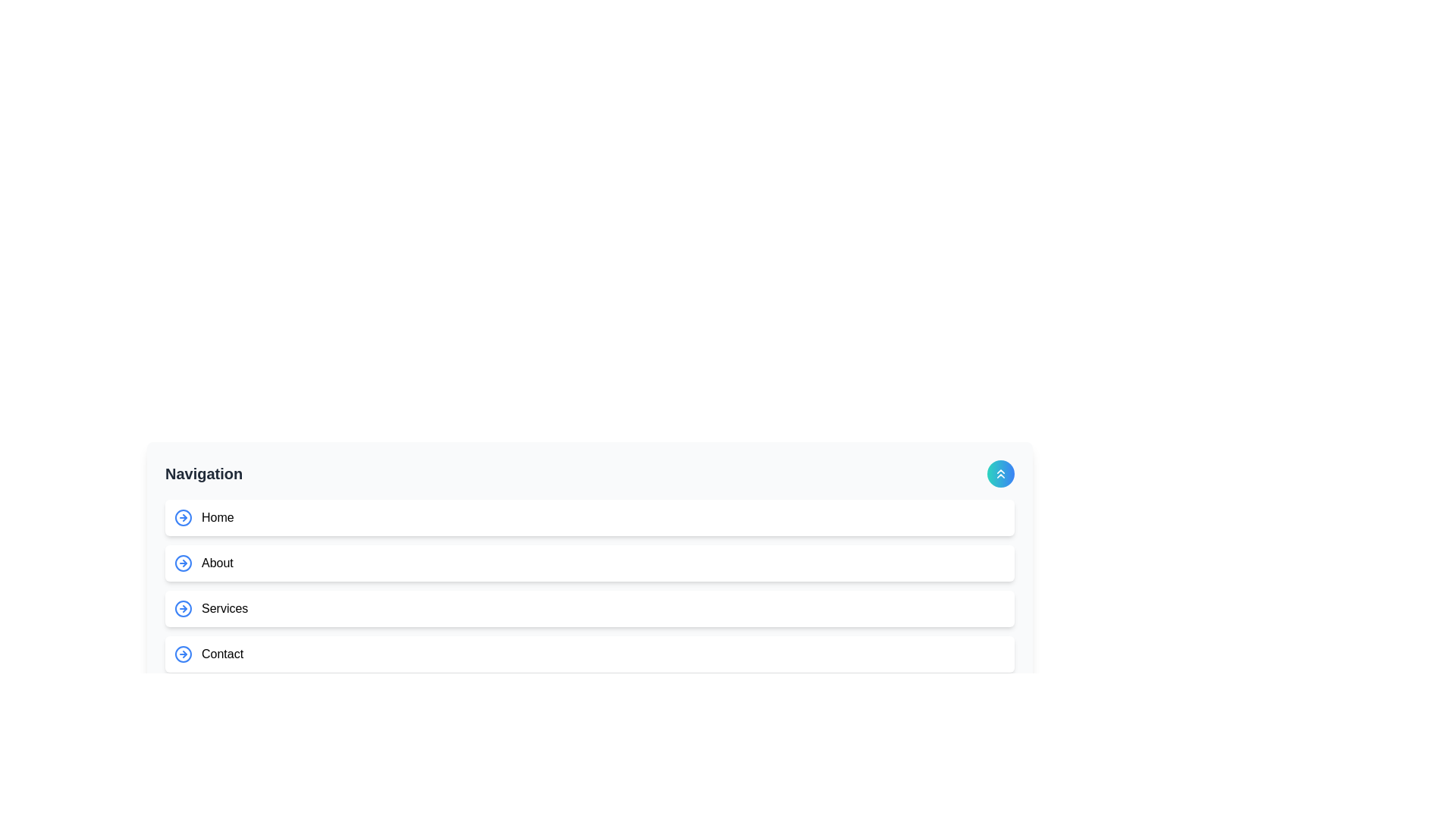 The height and width of the screenshot is (819, 1456). What do you see at coordinates (1001, 472) in the screenshot?
I see `the upward-pointing chevron icon inside the circular blue gradient button` at bounding box center [1001, 472].